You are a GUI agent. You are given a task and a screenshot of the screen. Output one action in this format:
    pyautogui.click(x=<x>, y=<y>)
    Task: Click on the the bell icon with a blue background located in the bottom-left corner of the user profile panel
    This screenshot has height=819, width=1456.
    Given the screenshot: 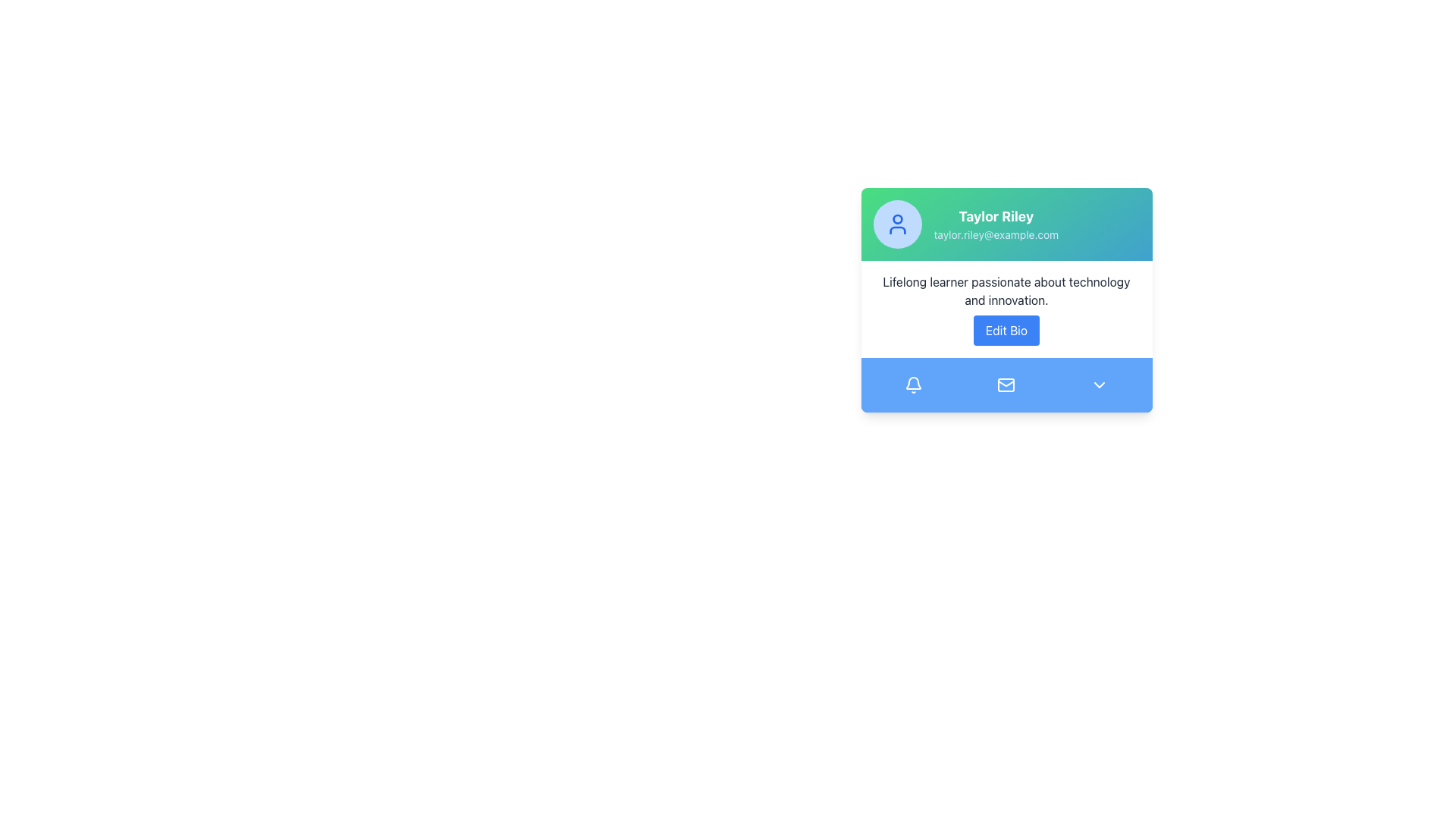 What is the action you would take?
    pyautogui.click(x=912, y=384)
    